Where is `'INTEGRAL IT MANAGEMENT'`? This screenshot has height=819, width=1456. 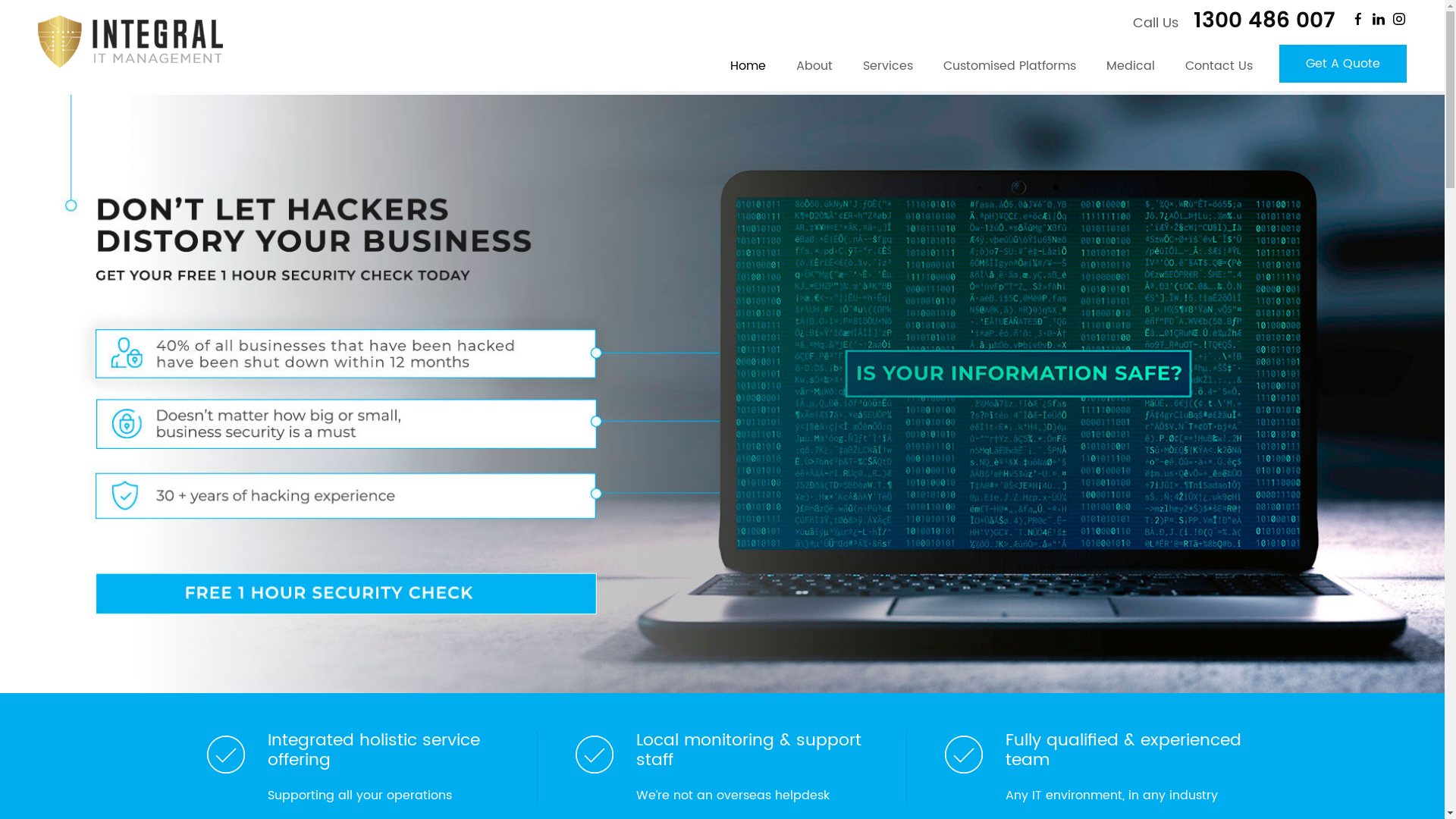 'INTEGRAL IT MANAGEMENT' is located at coordinates (130, 40).